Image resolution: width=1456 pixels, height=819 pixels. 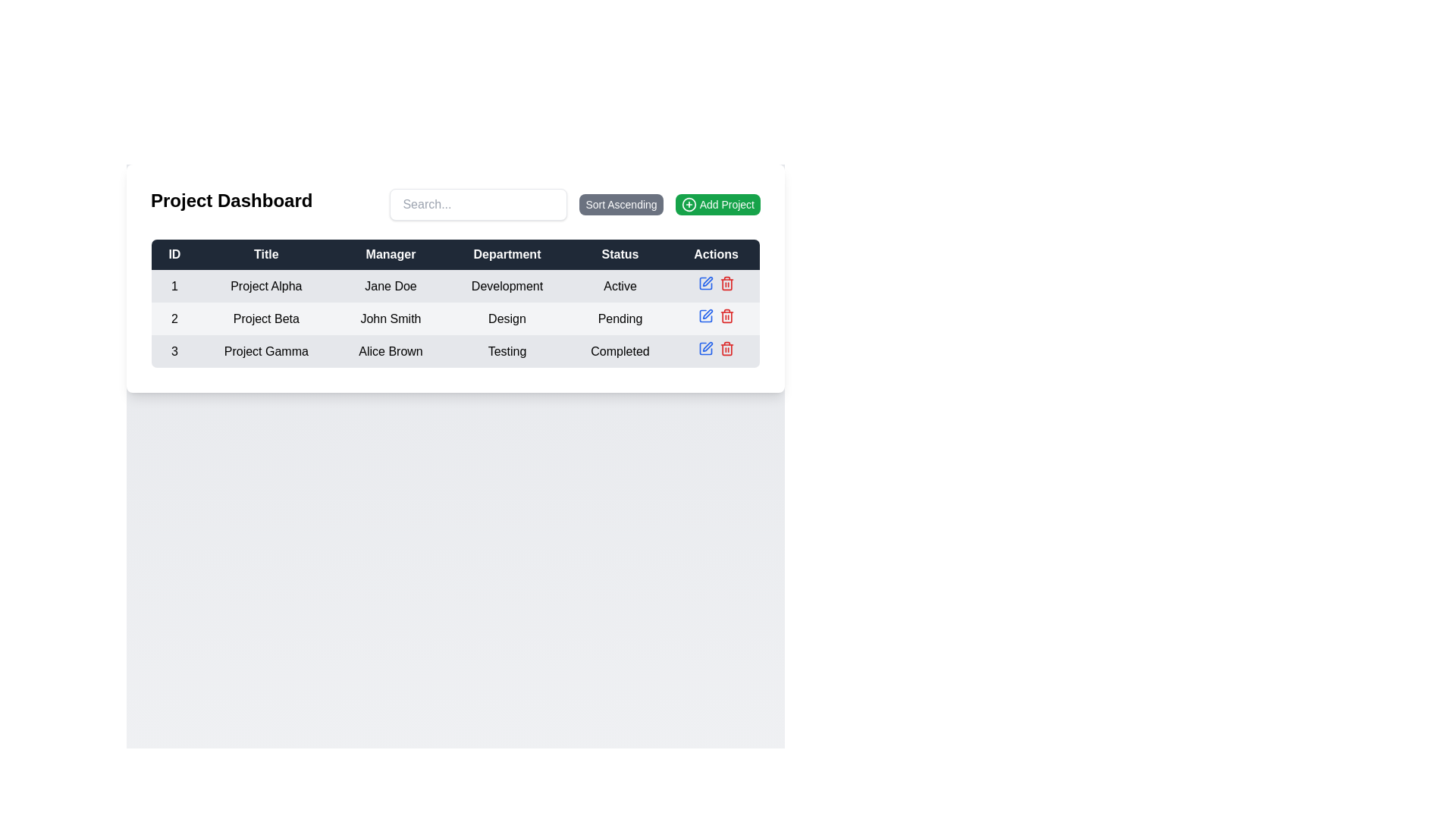 What do you see at coordinates (726, 284) in the screenshot?
I see `the red trash bin icon in the third row of the 'Actions' column to initiate a delete action` at bounding box center [726, 284].